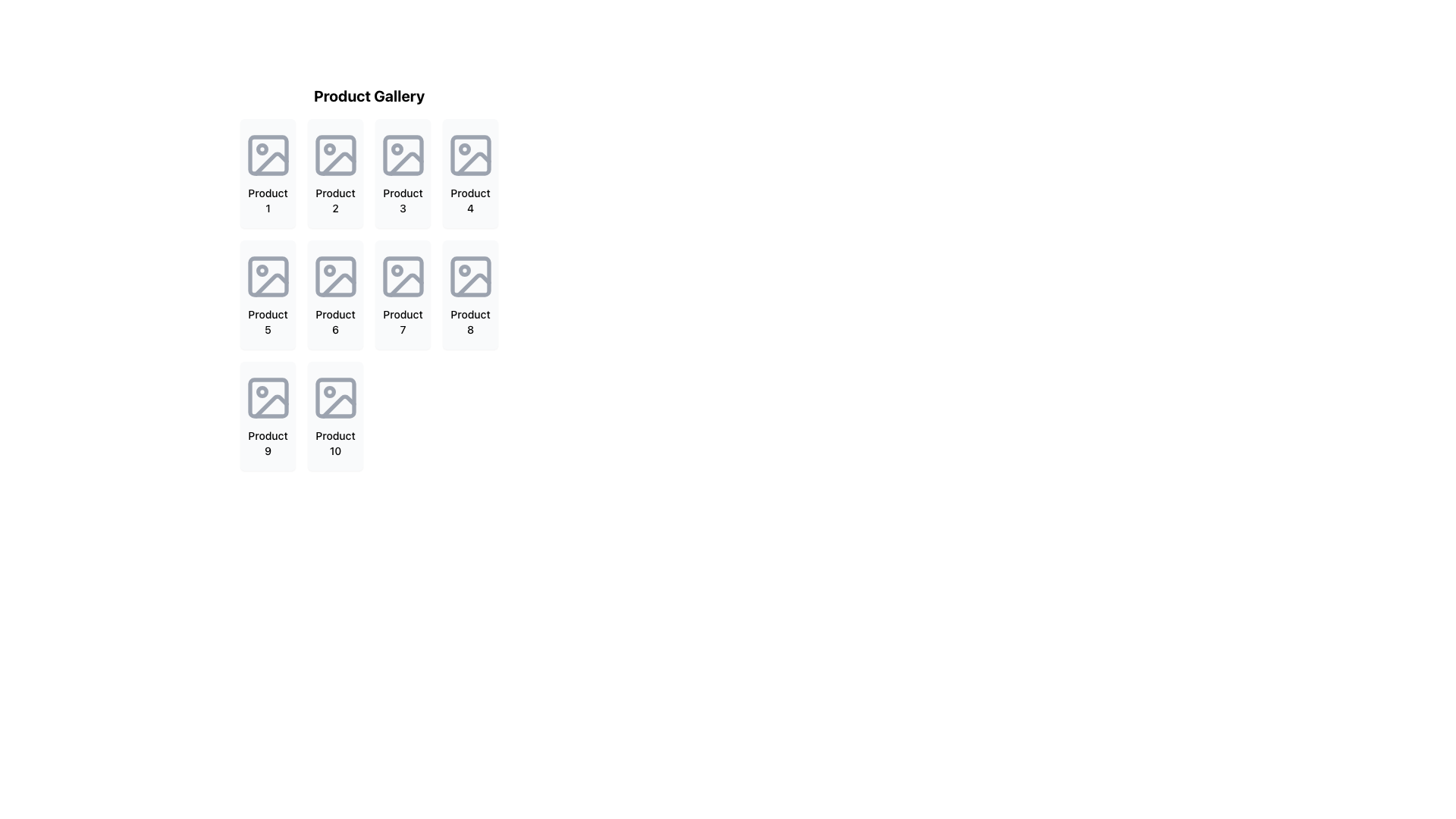 This screenshot has width=1456, height=819. What do you see at coordinates (403, 155) in the screenshot?
I see `the decorative rectangular graphics component located in the upper-left corner of the icon resembling an image placeholder, which is the third entry in the top row of the product thumbnails grid` at bounding box center [403, 155].